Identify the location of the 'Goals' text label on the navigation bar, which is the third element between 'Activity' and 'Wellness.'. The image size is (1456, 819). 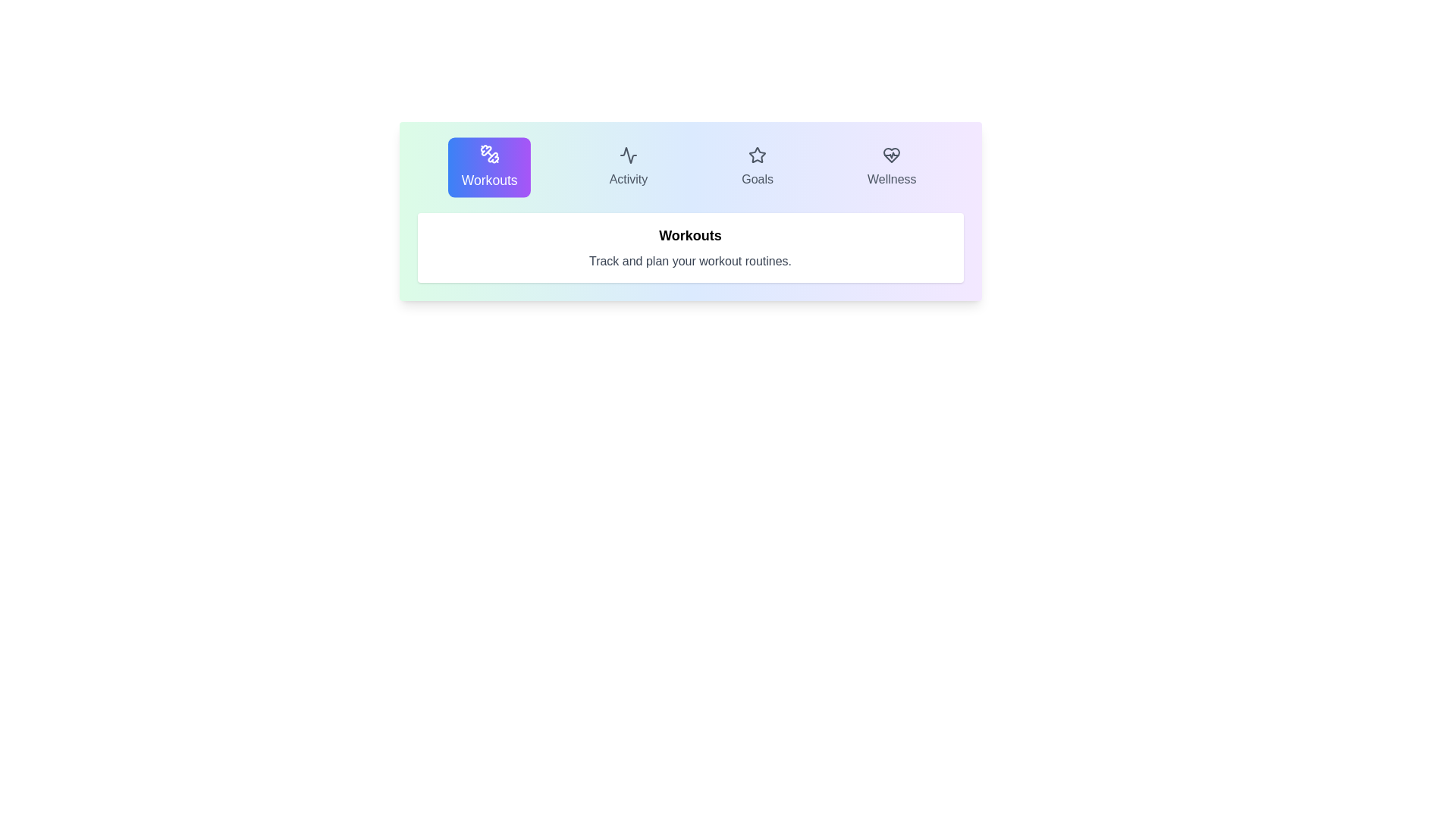
(758, 178).